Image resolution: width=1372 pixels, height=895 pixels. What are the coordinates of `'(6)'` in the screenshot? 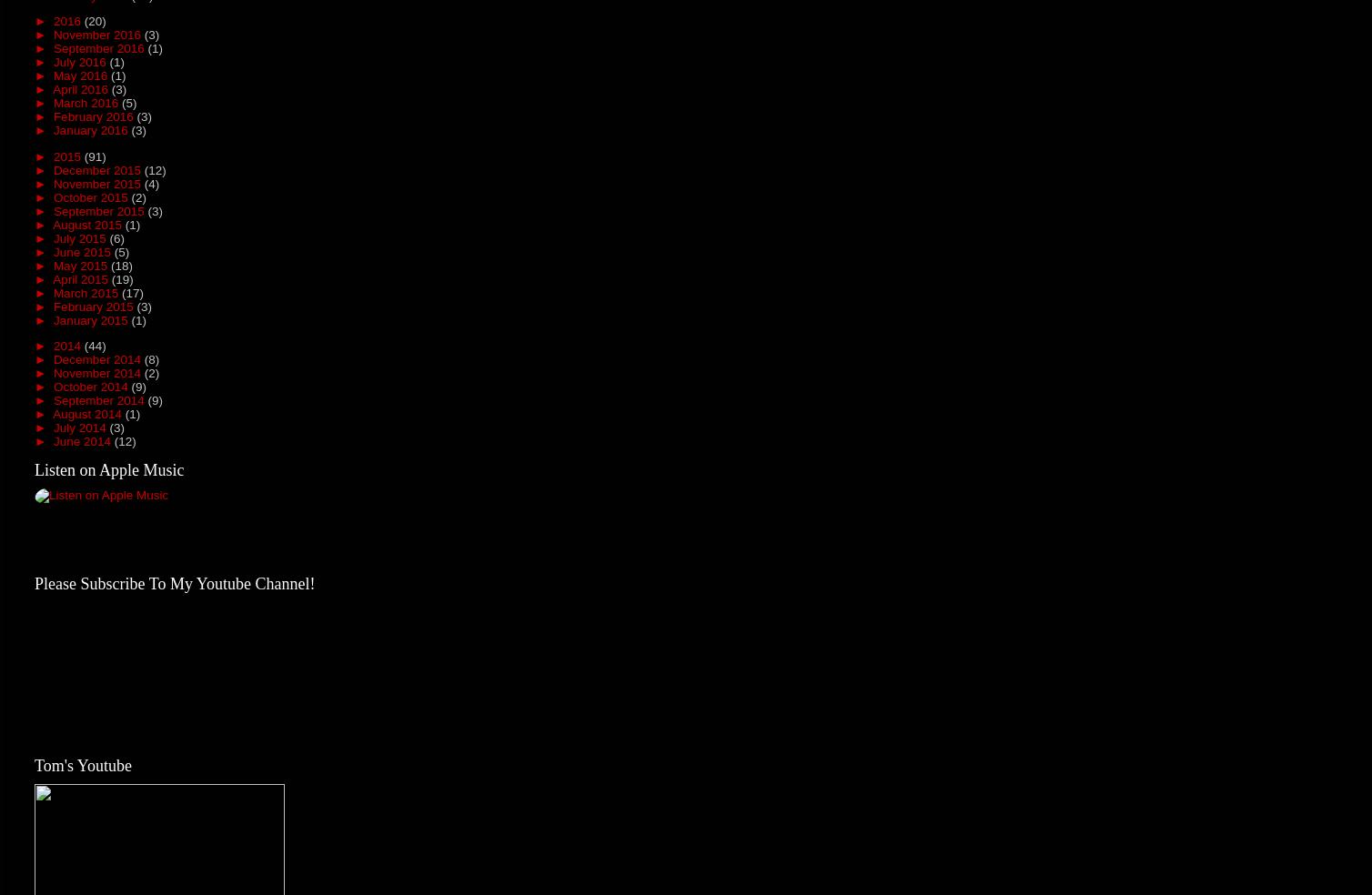 It's located at (116, 236).